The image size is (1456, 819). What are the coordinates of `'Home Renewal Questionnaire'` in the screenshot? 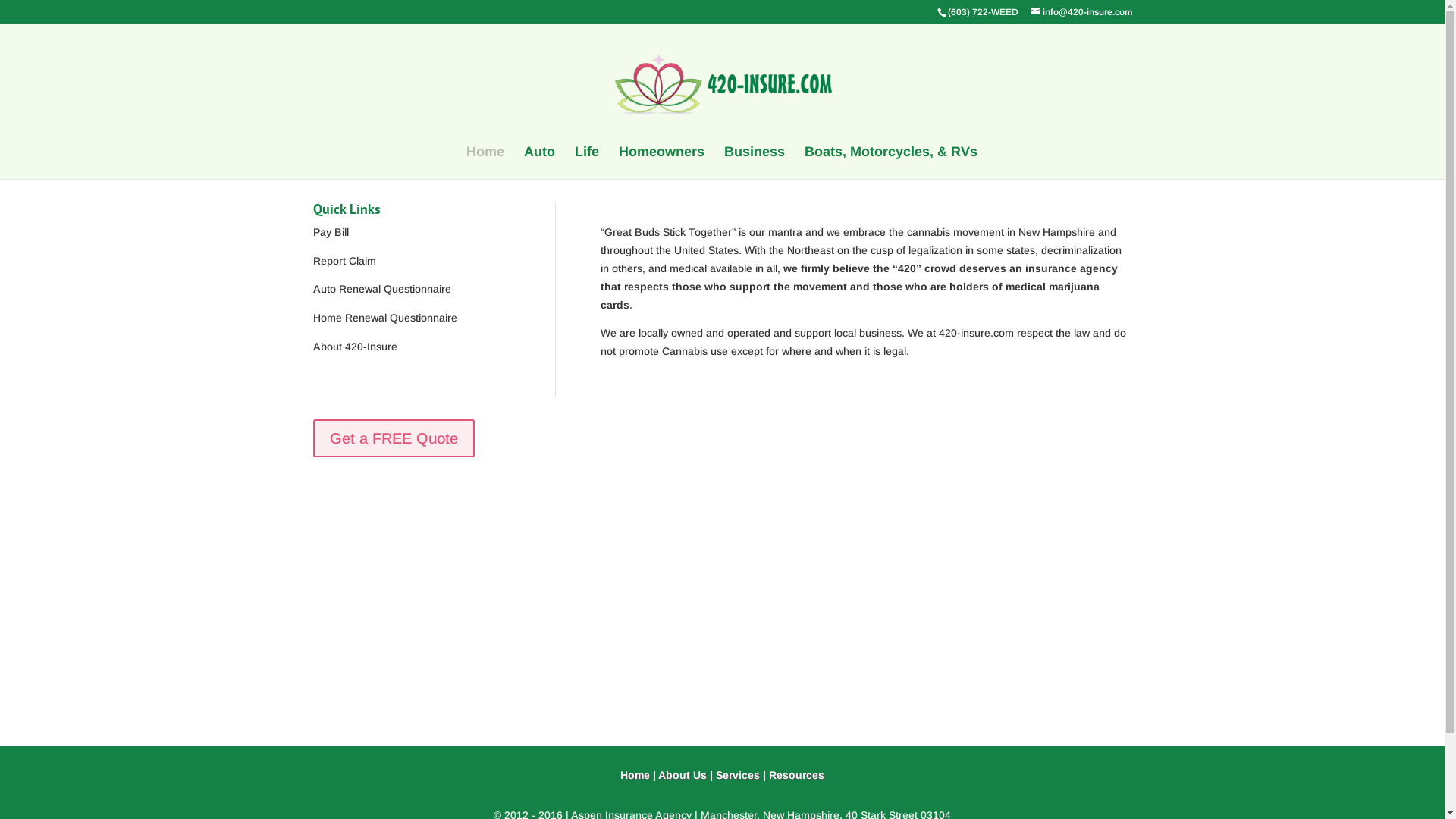 It's located at (384, 317).